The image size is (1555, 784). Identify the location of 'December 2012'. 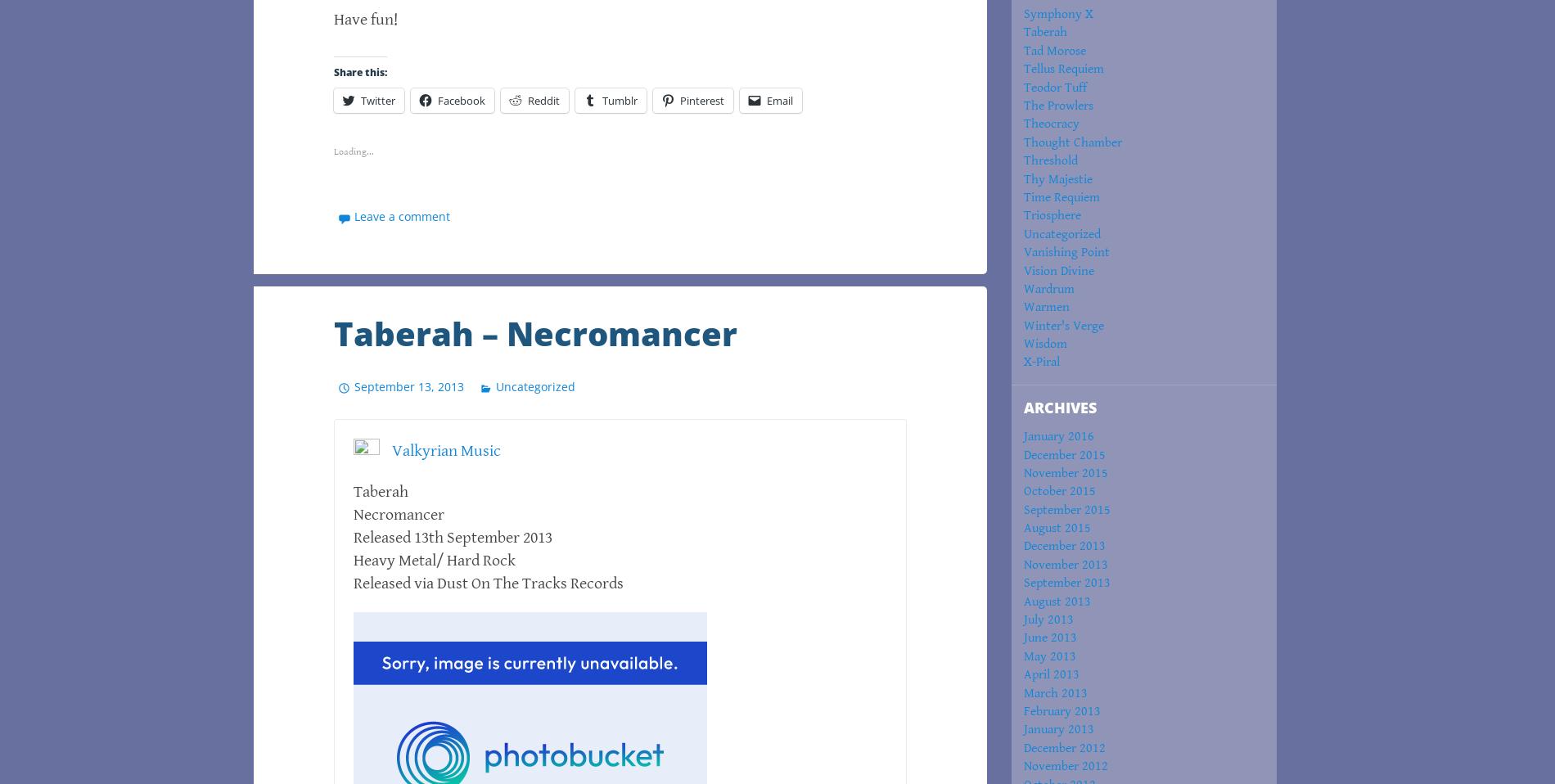
(1063, 747).